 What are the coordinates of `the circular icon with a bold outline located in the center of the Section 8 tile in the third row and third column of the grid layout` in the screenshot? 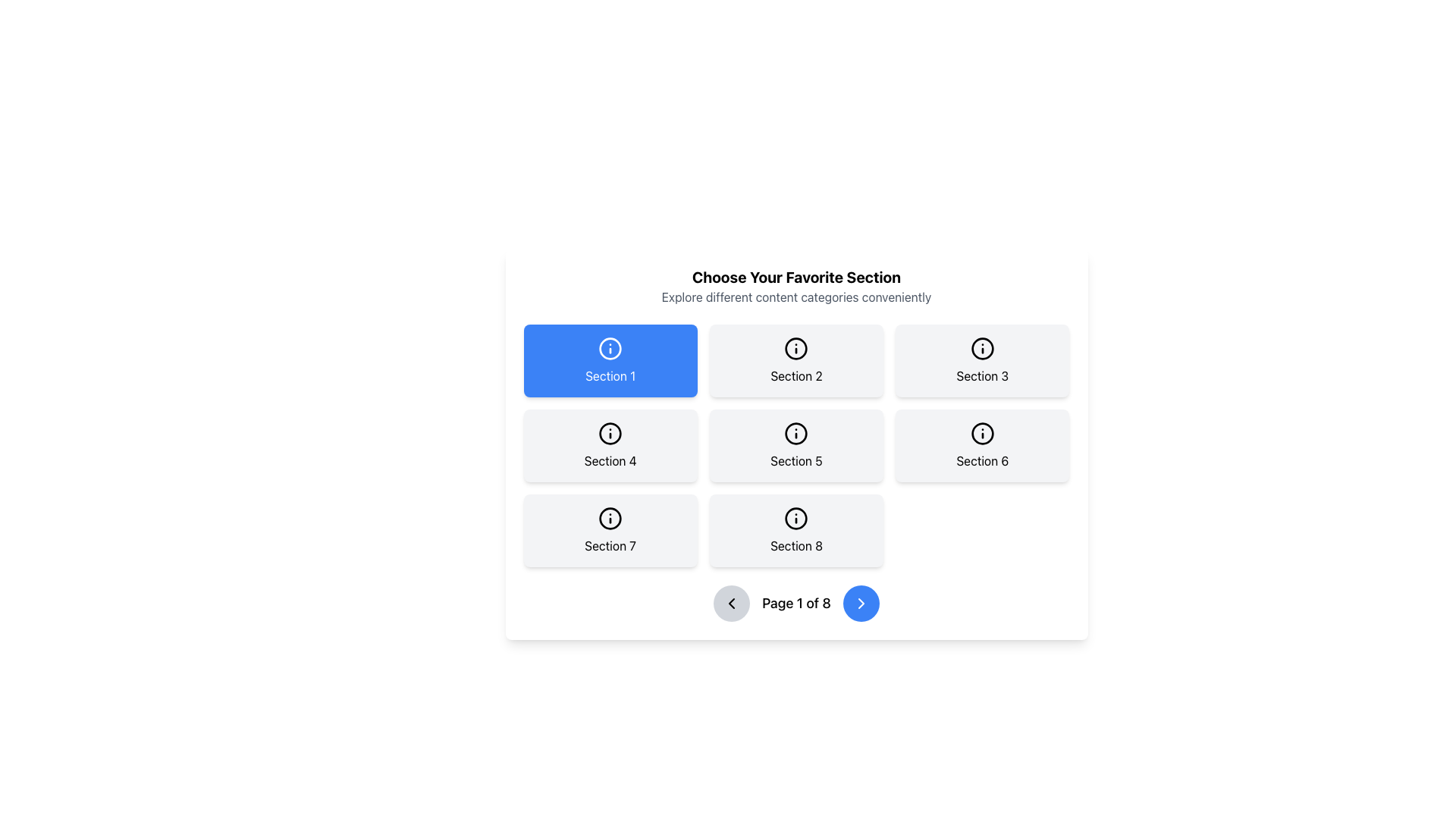 It's located at (795, 517).